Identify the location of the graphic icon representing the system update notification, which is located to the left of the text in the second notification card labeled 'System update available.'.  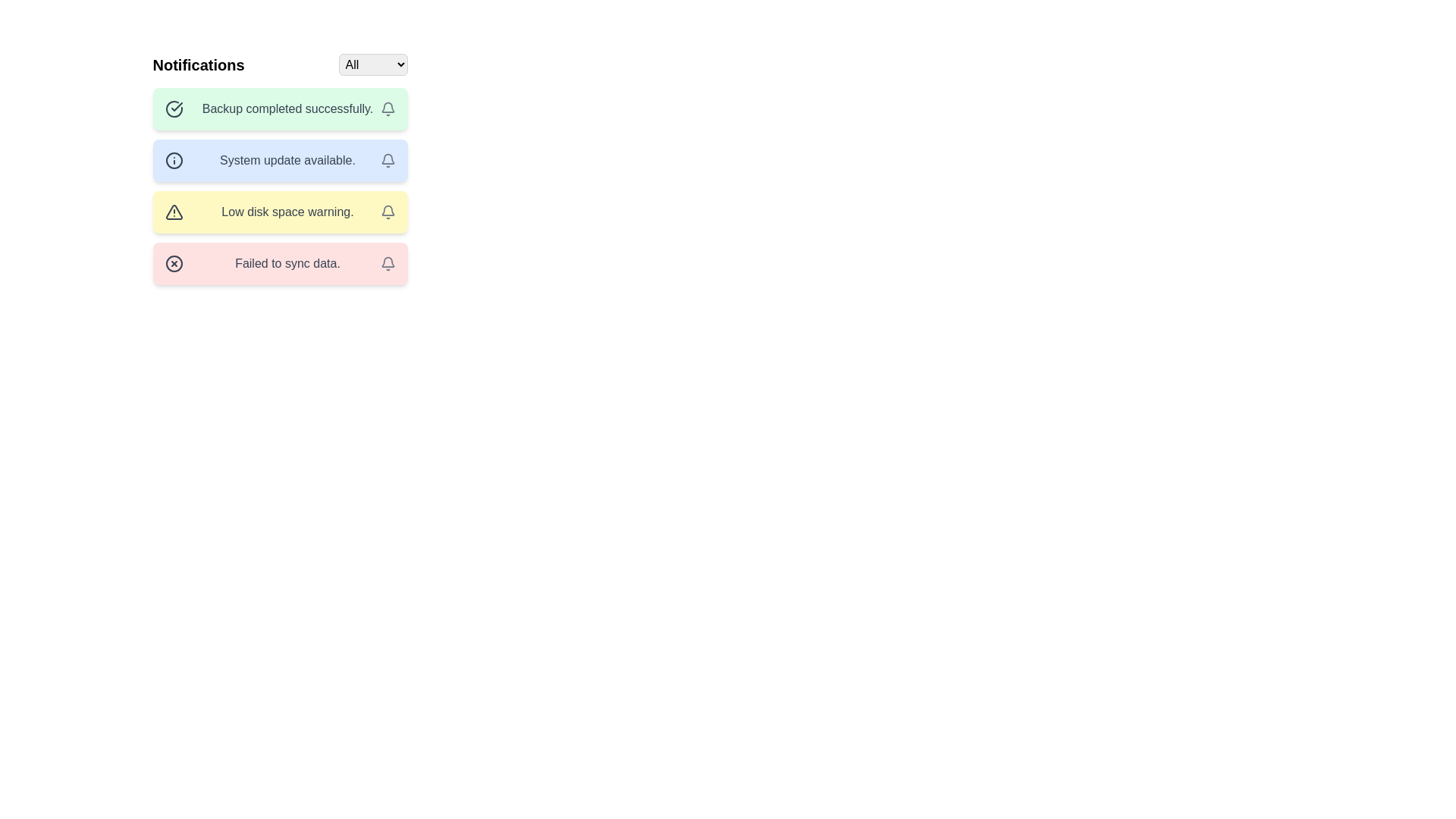
(174, 161).